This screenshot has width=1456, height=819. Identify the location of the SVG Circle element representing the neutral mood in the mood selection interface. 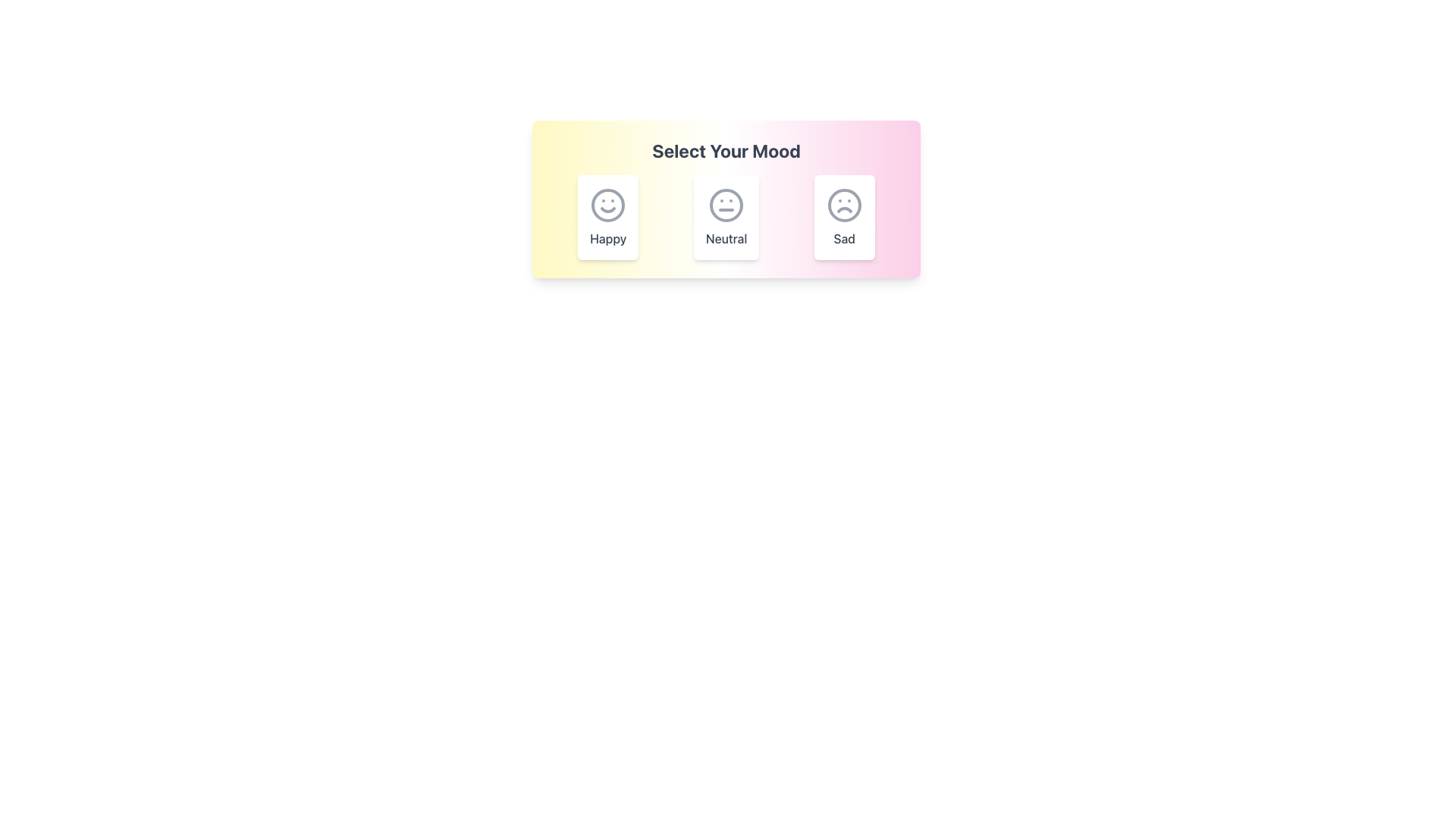
(726, 205).